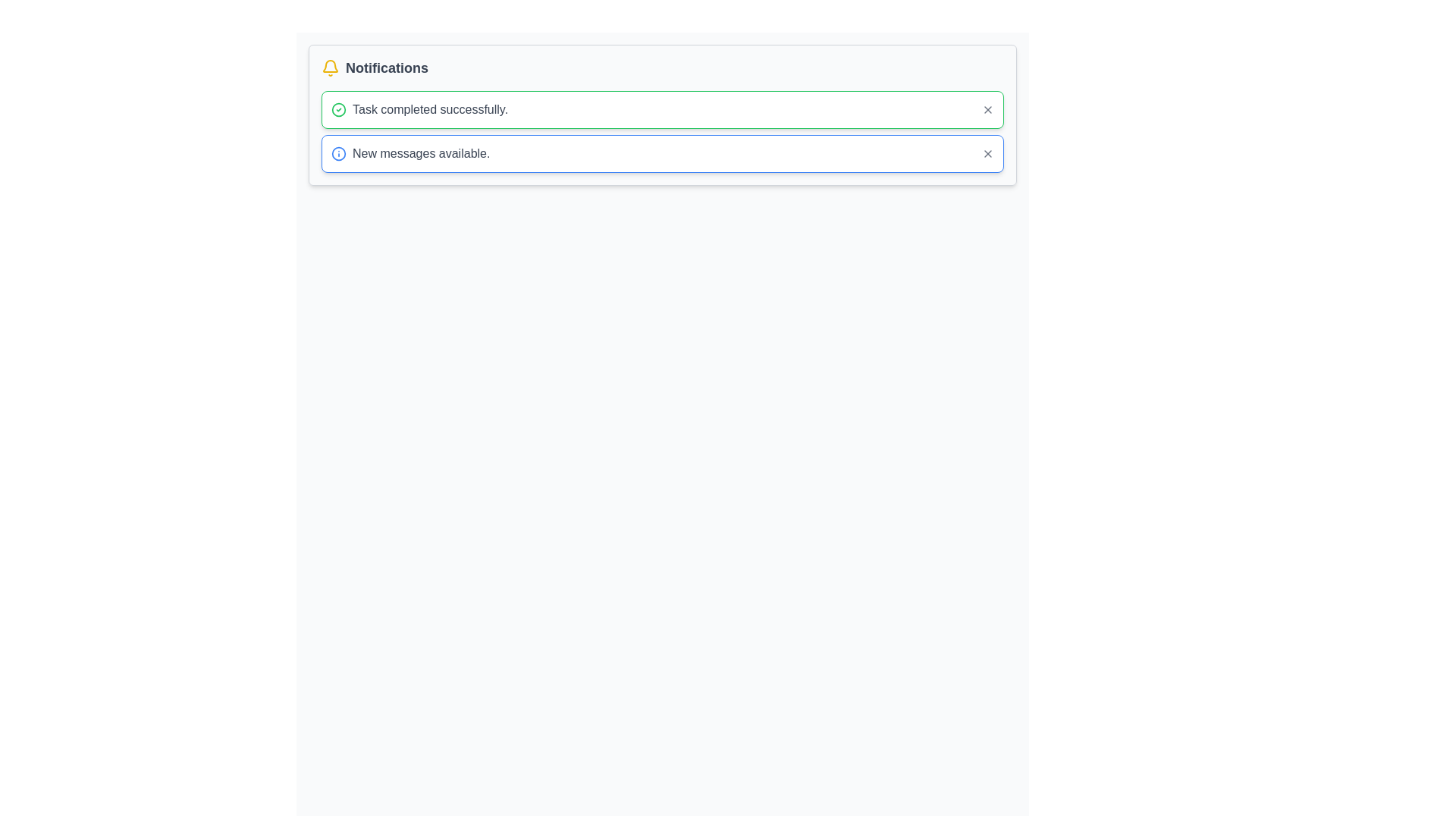 This screenshot has height=819, width=1456. Describe the element at coordinates (987, 154) in the screenshot. I see `the close button located at the top-right corner of the notification card displaying 'New messages available.'` at that location.